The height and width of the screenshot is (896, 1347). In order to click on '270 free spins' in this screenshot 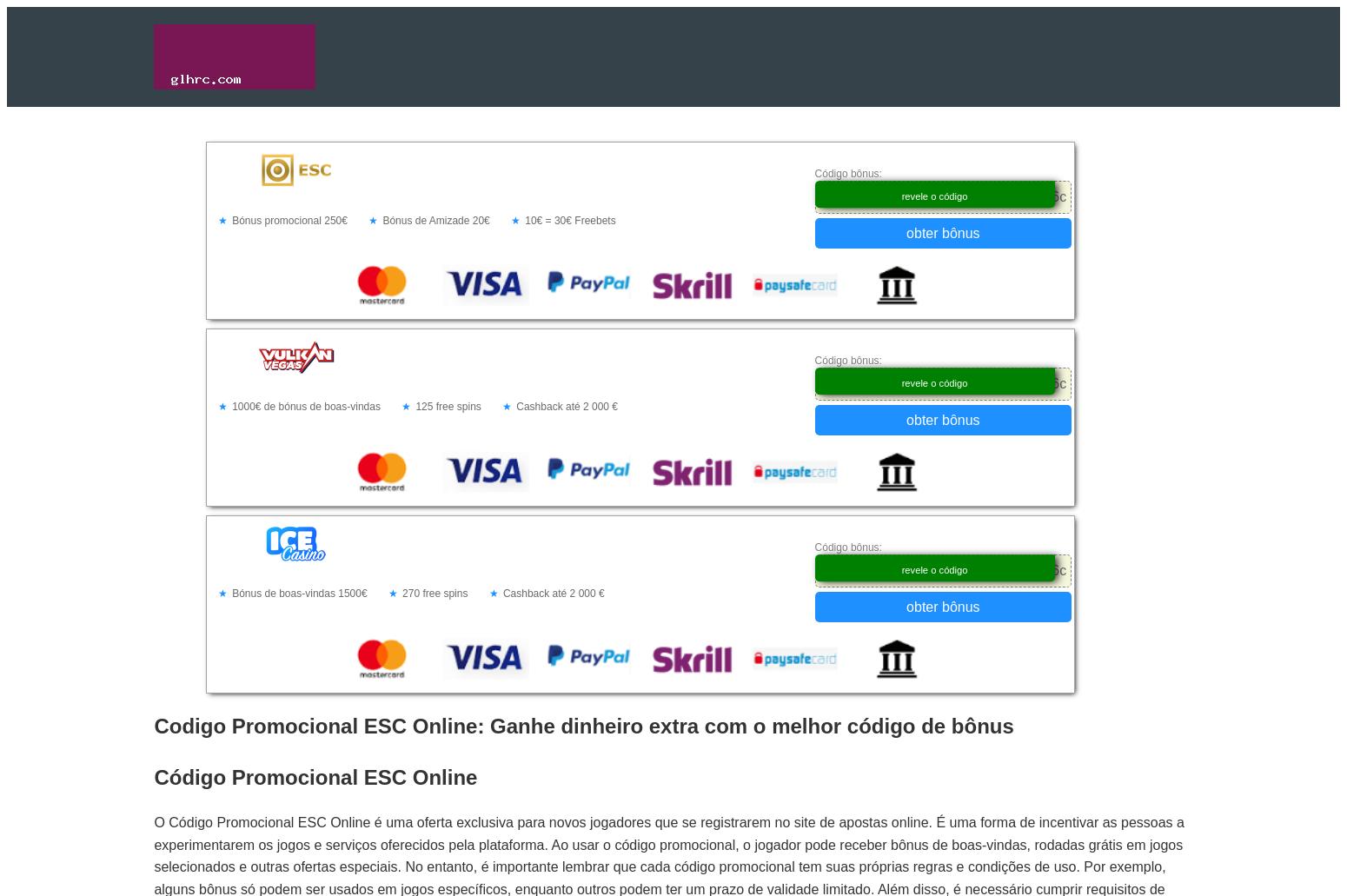, I will do `click(434, 594)`.